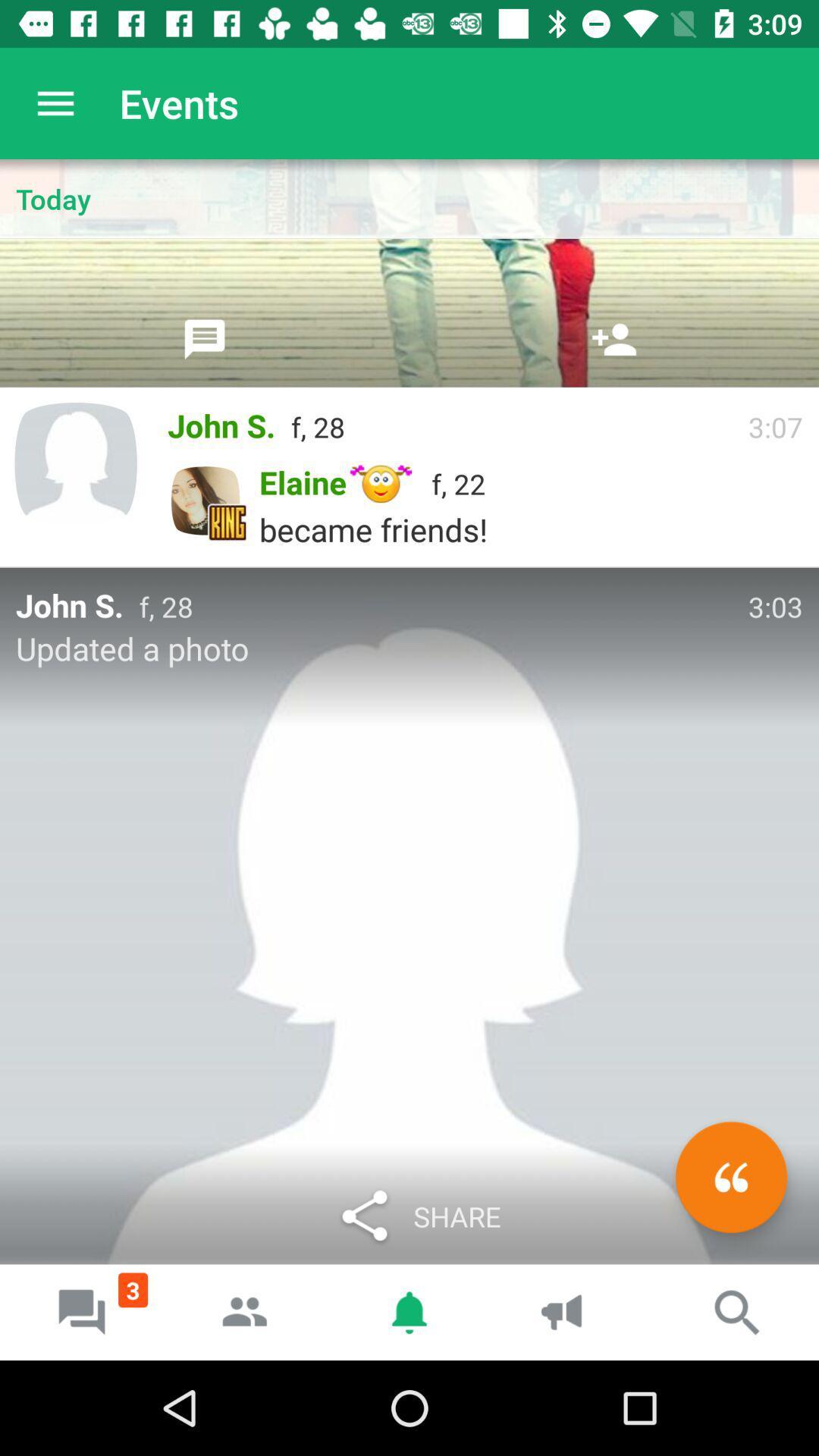 This screenshot has height=1456, width=819. What do you see at coordinates (730, 1176) in the screenshot?
I see `x` at bounding box center [730, 1176].